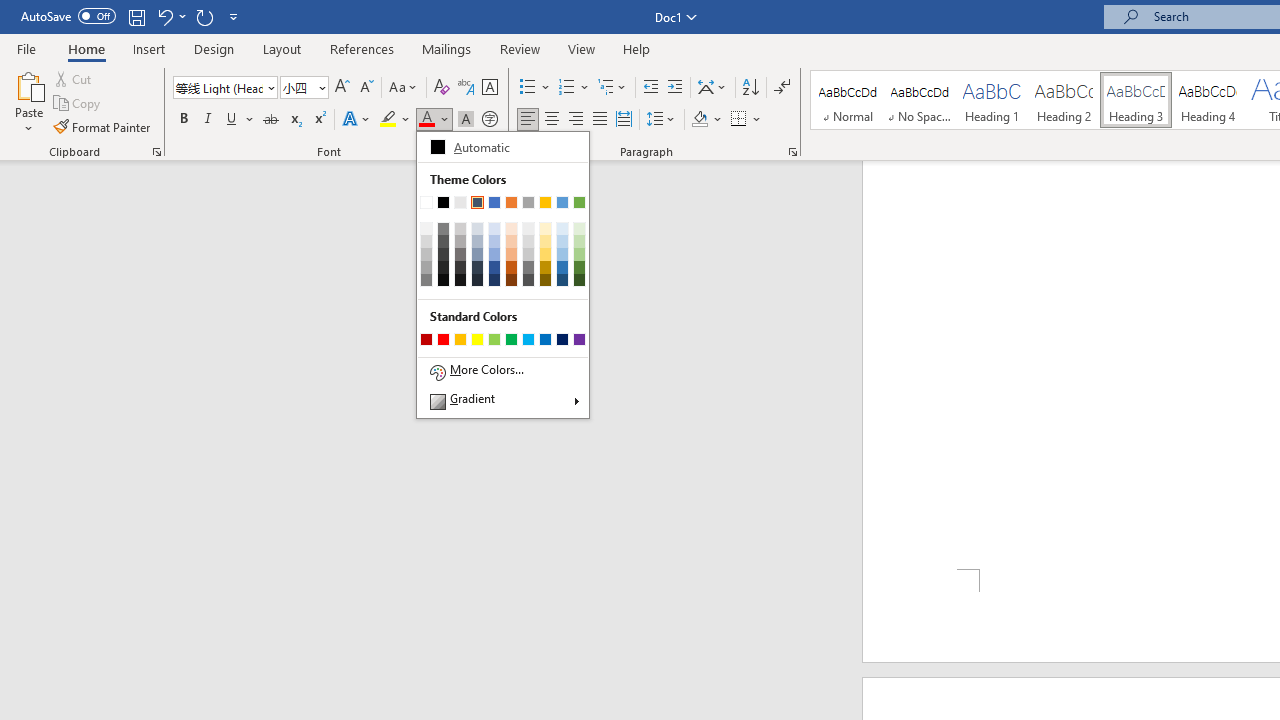 This screenshot has height=720, width=1280. I want to click on 'Numbering', so click(566, 86).